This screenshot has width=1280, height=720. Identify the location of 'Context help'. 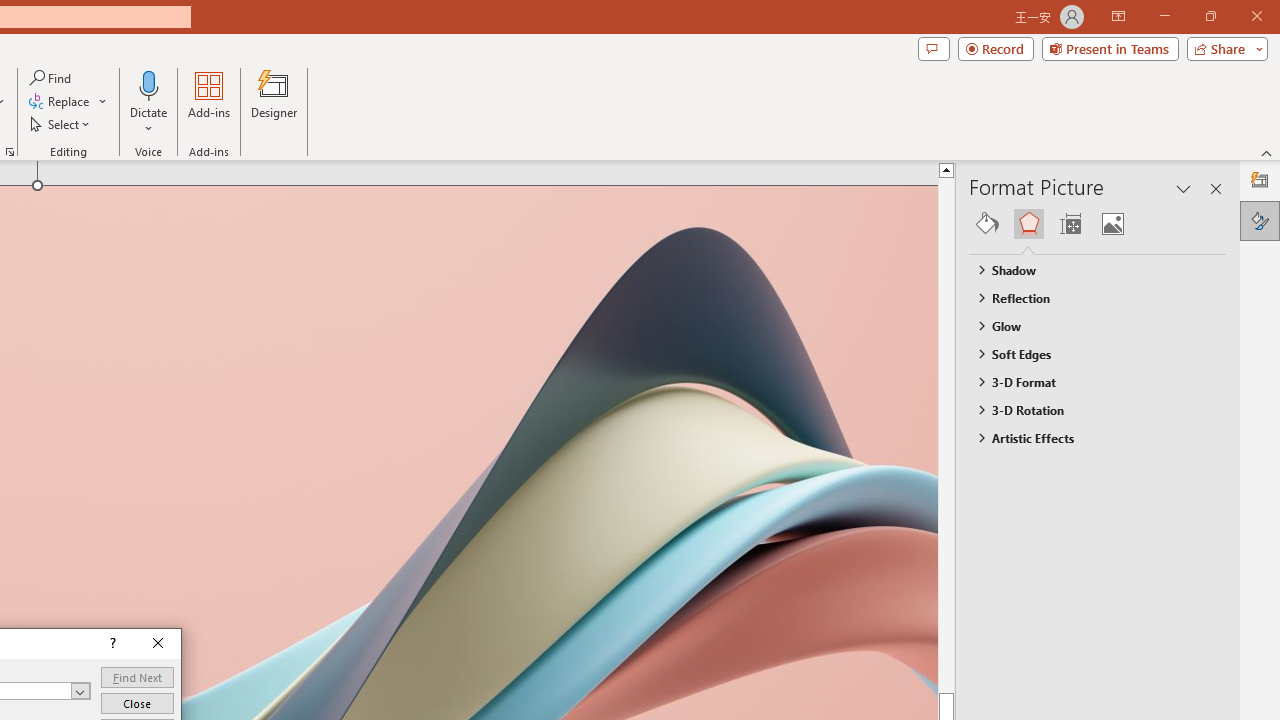
(110, 644).